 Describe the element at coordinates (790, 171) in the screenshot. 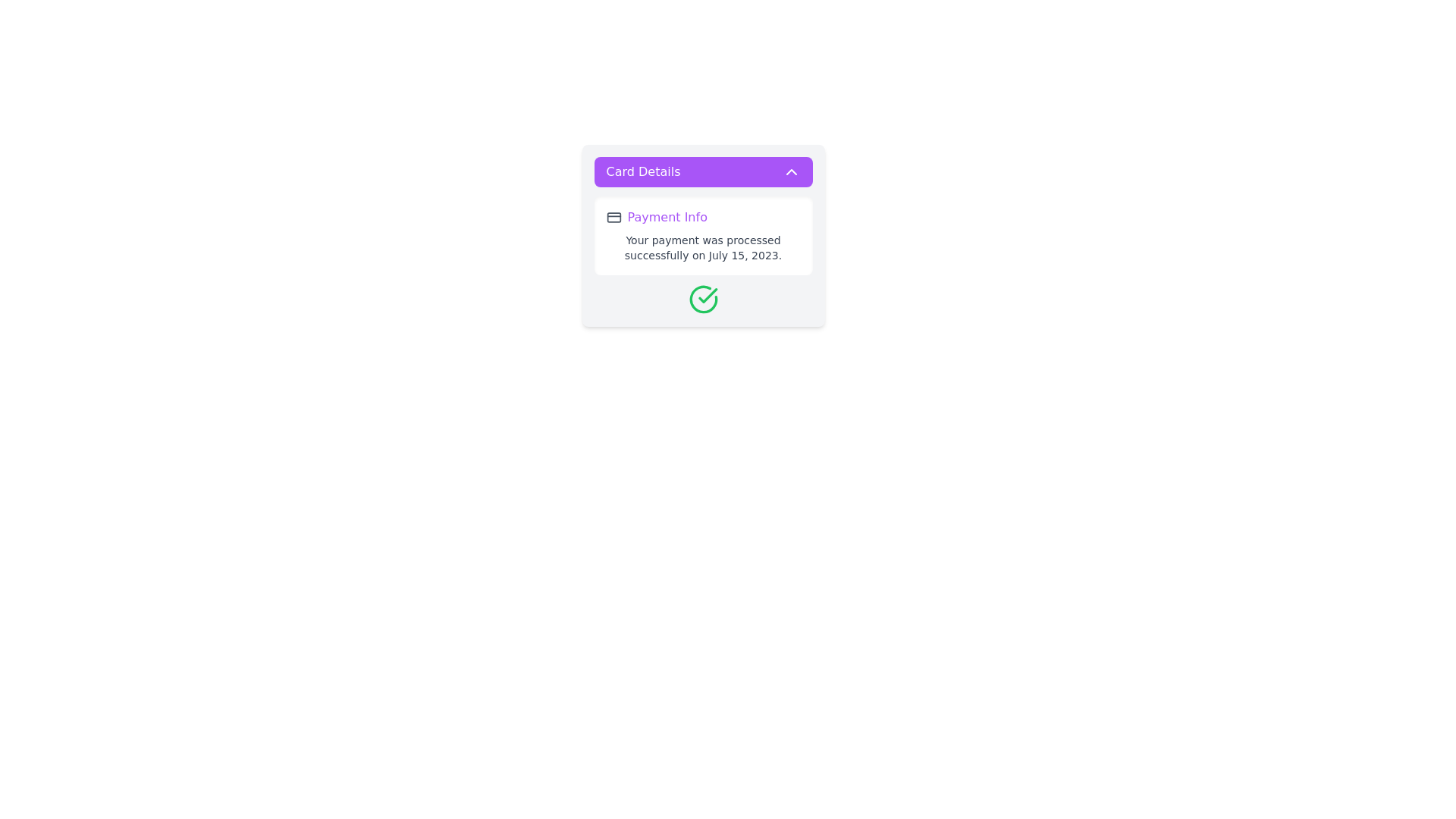

I see `the chevron-up icon button located at the rightmost end of the 'Card Details' header bar` at that location.